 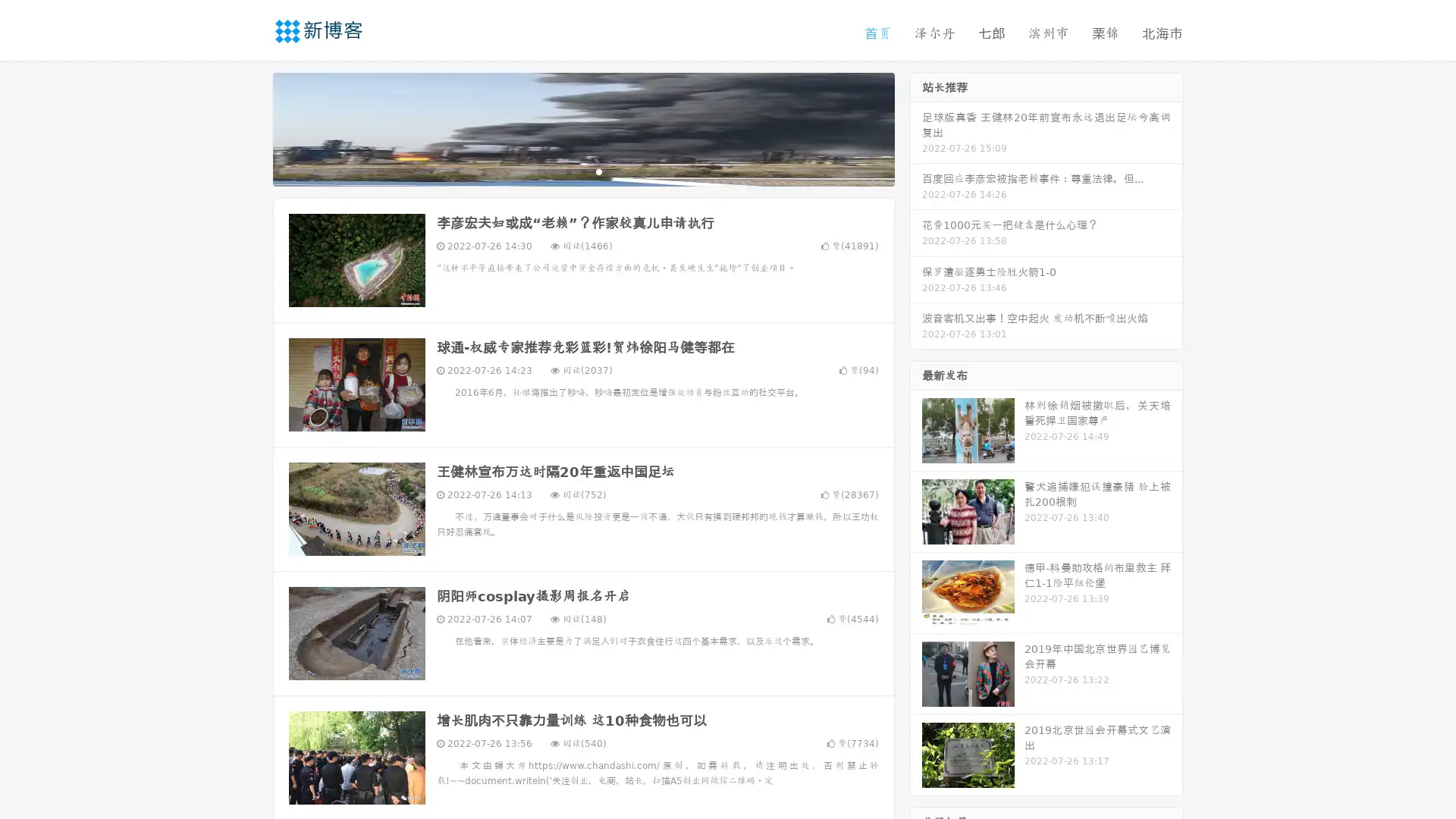 What do you see at coordinates (598, 171) in the screenshot?
I see `Go to slide 3` at bounding box center [598, 171].